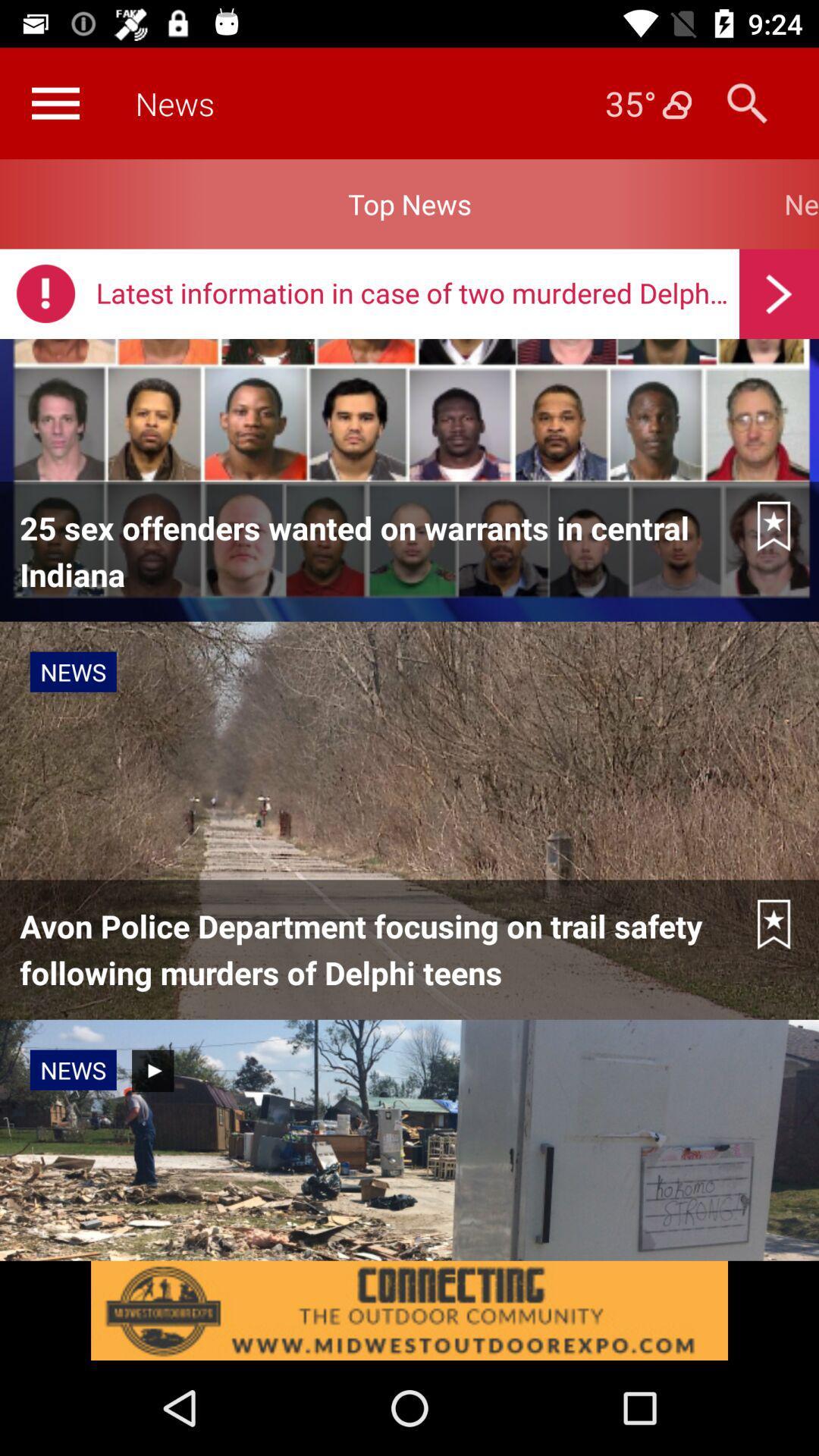 The width and height of the screenshot is (819, 1456). I want to click on advertisement, so click(409, 1310).